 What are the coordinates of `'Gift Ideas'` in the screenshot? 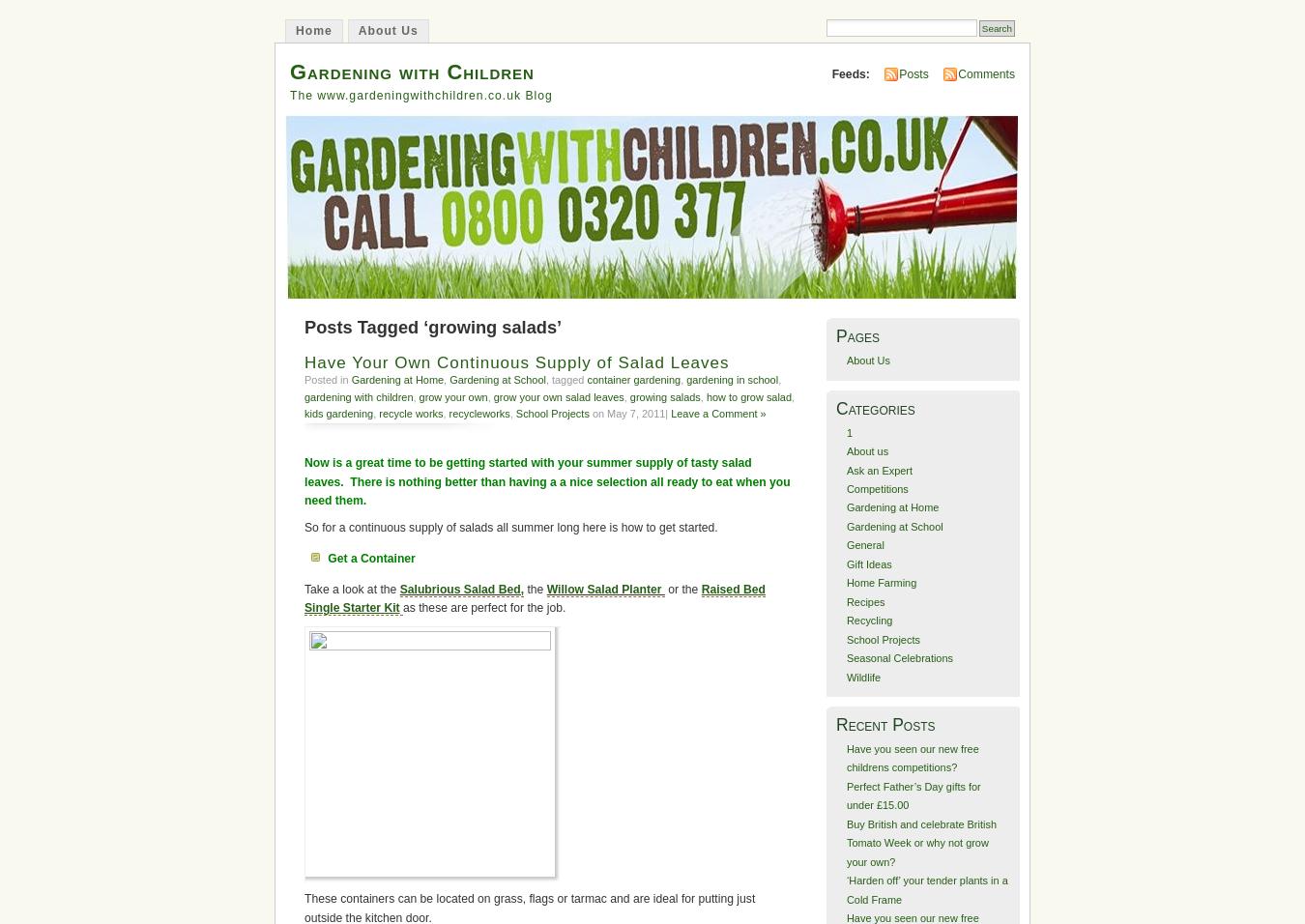 It's located at (868, 562).